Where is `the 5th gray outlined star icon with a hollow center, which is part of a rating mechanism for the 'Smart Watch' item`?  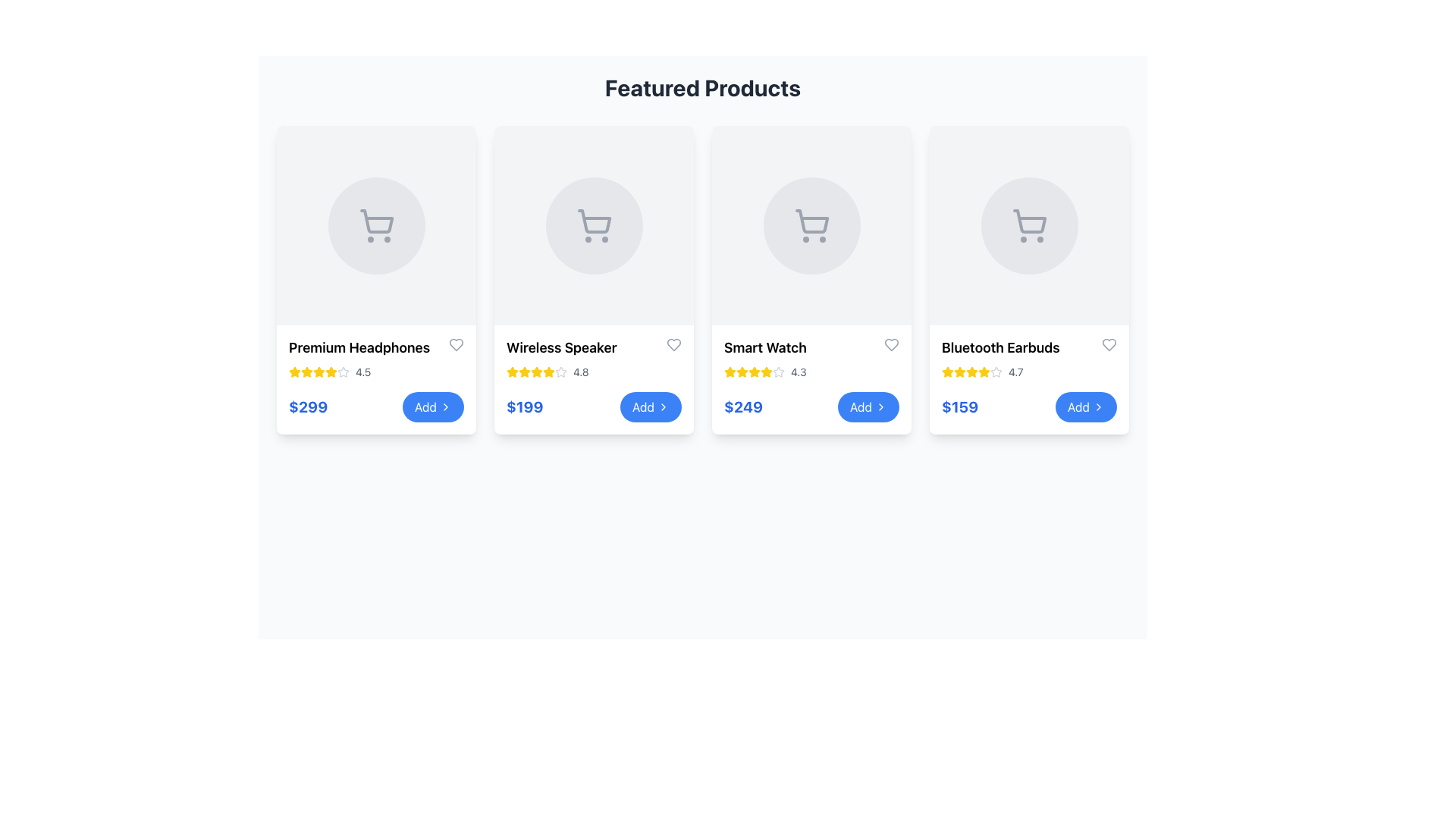
the 5th gray outlined star icon with a hollow center, which is part of a rating mechanism for the 'Smart Watch' item is located at coordinates (779, 372).